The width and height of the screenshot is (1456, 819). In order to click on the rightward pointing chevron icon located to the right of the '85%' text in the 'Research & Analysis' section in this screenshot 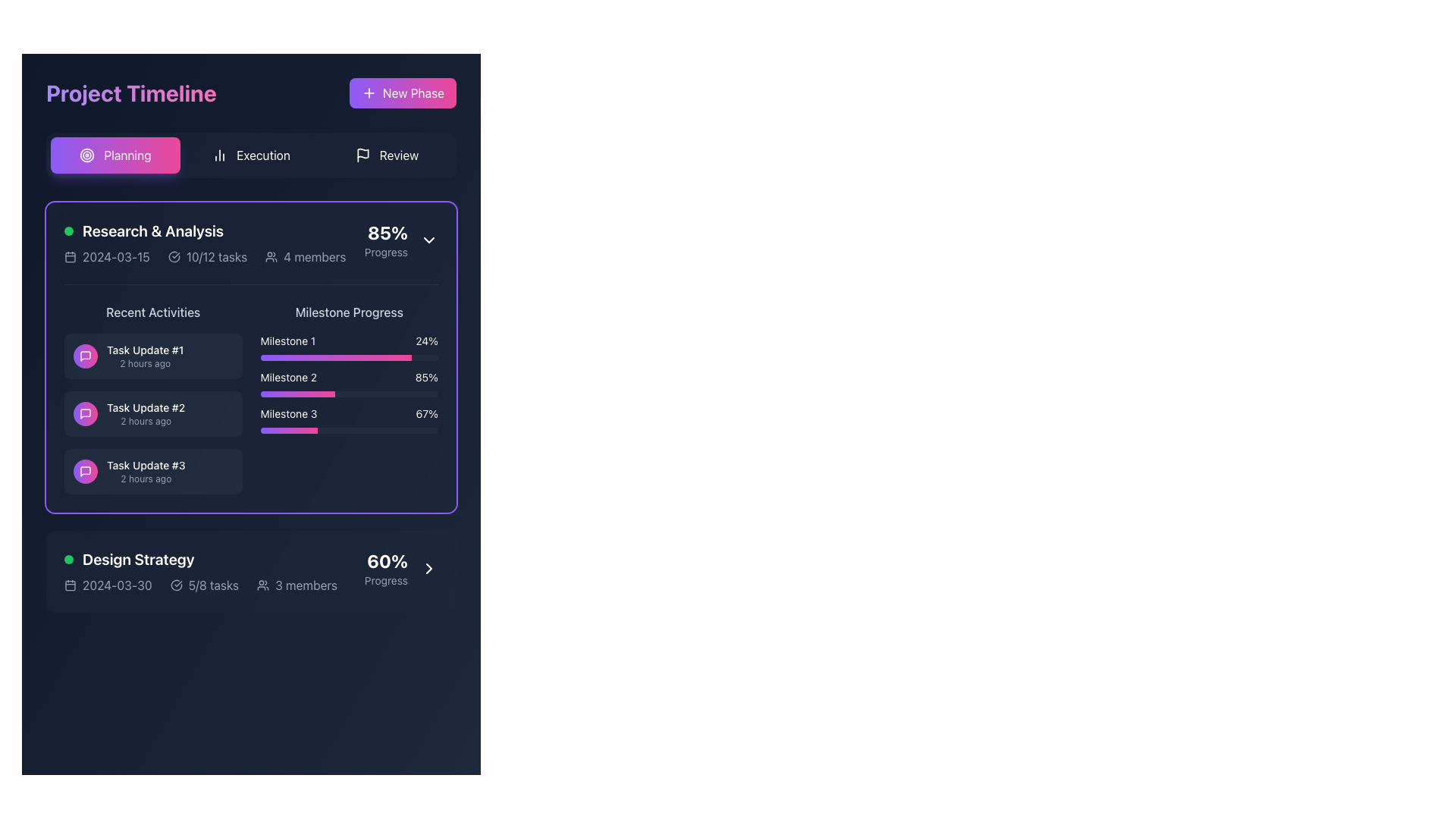, I will do `click(428, 239)`.